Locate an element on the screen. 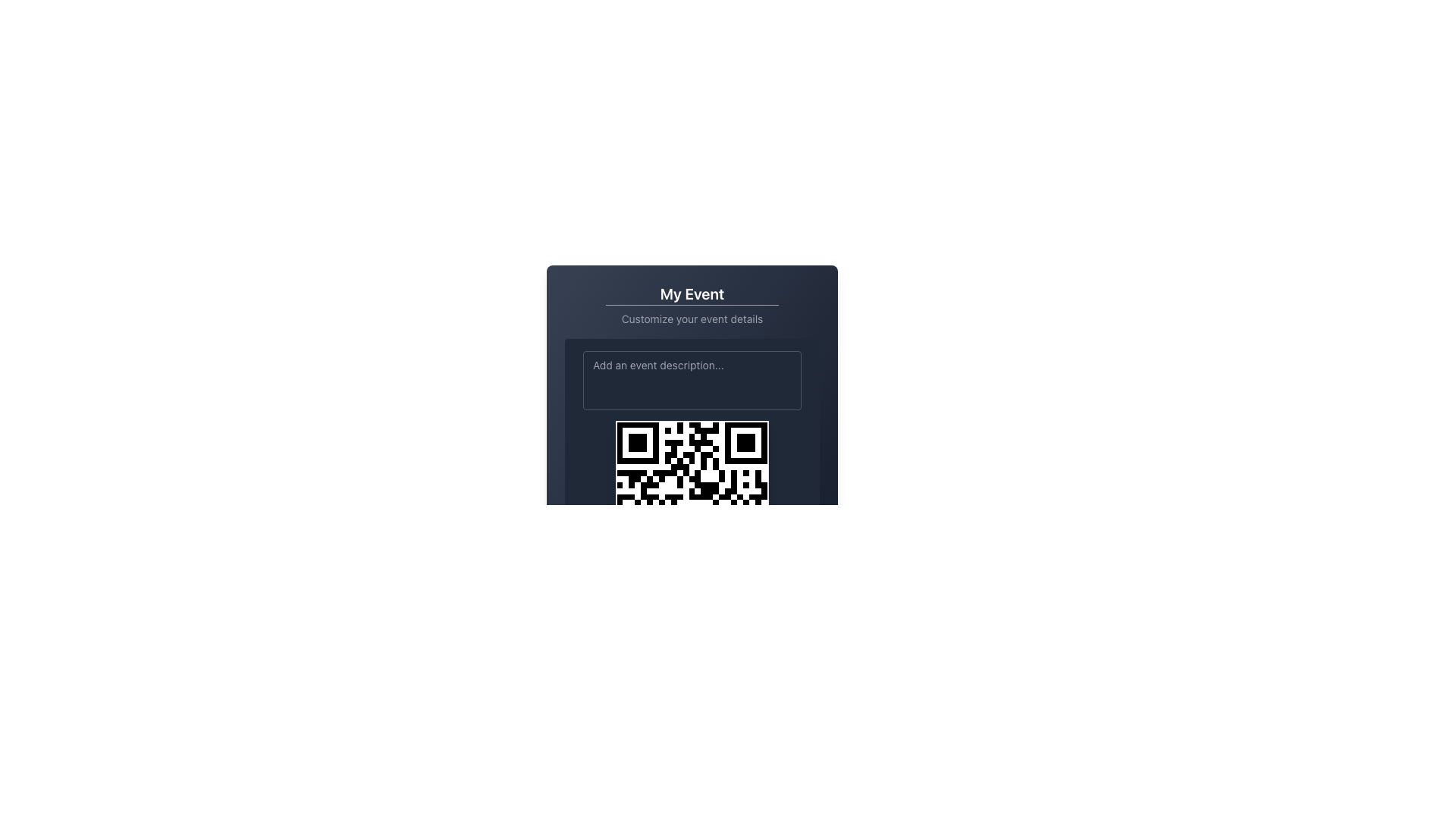 The image size is (1456, 819). the Text Label that says 'Customize your event details', which is styled with a small gray font and positioned below the 'My Event' title is located at coordinates (691, 318).